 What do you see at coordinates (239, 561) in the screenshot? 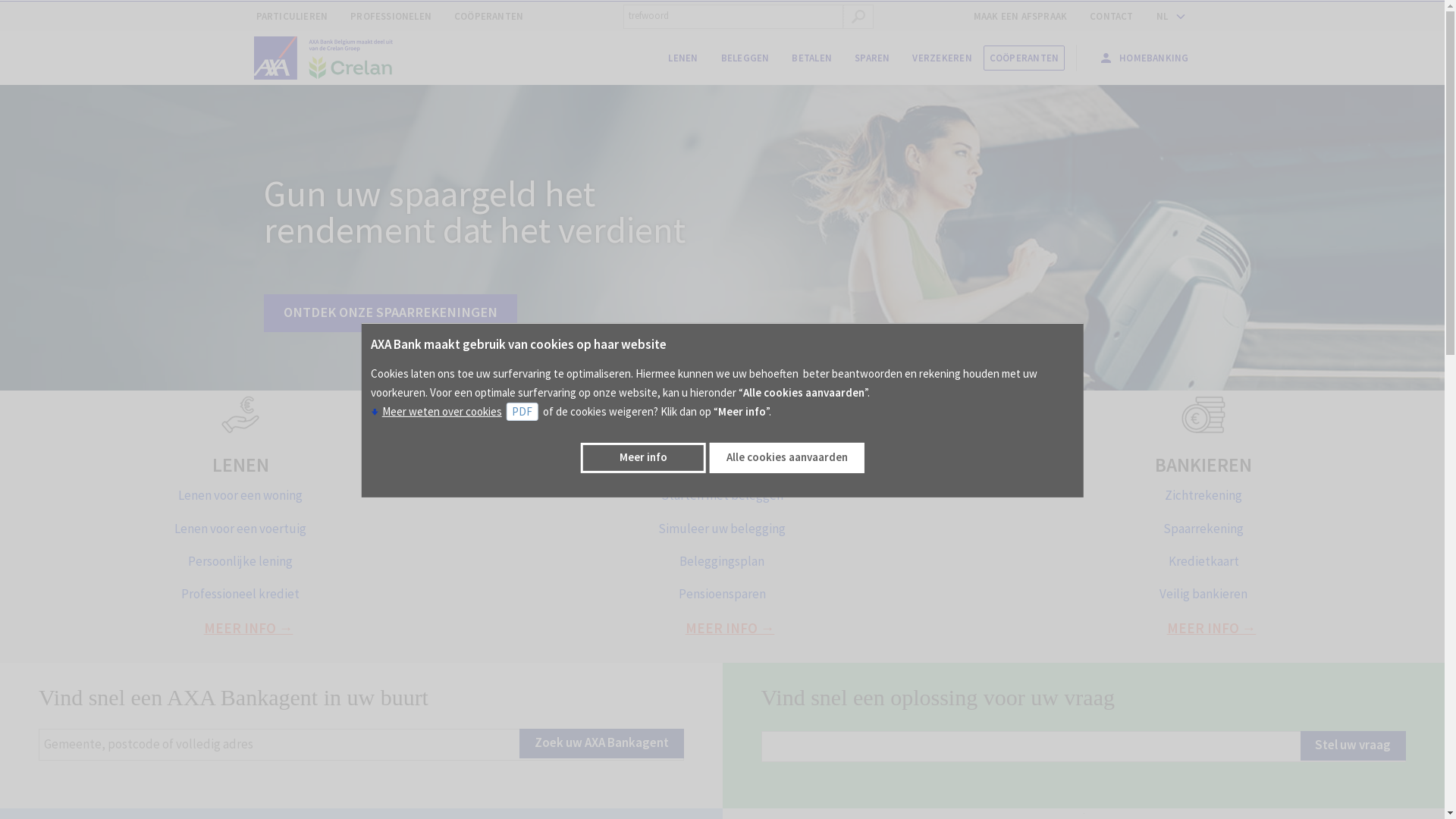
I see `'Persoonlijke lening'` at bounding box center [239, 561].